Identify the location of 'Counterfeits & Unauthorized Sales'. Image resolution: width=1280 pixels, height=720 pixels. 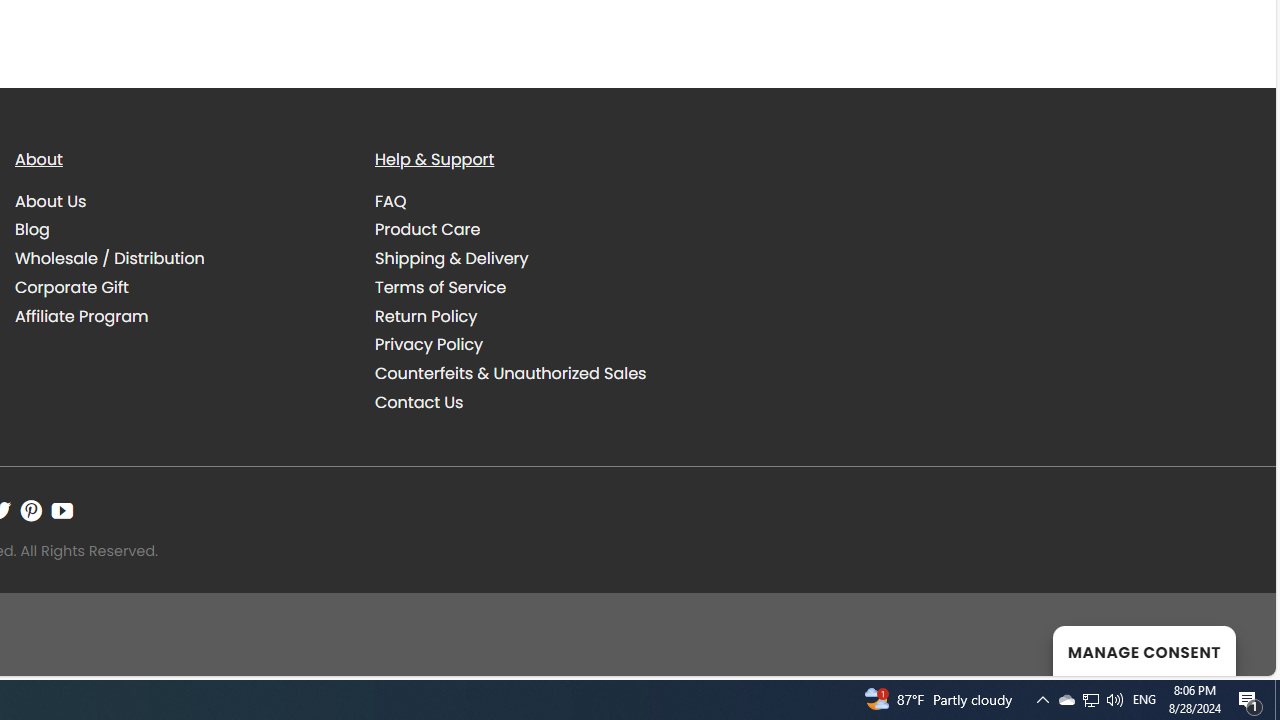
(510, 374).